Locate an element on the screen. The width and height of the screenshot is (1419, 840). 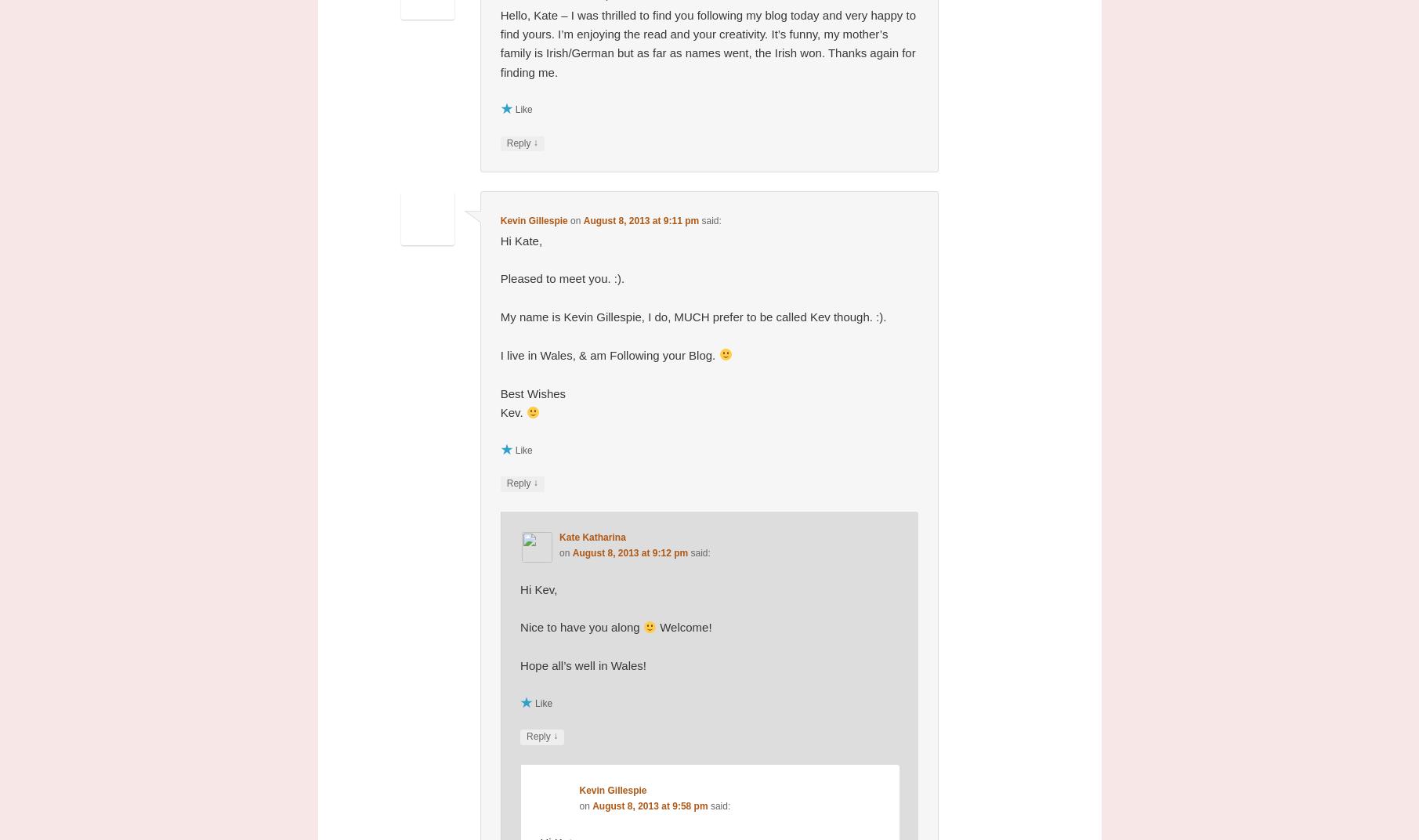
'Hi Kate,' is located at coordinates (520, 239).